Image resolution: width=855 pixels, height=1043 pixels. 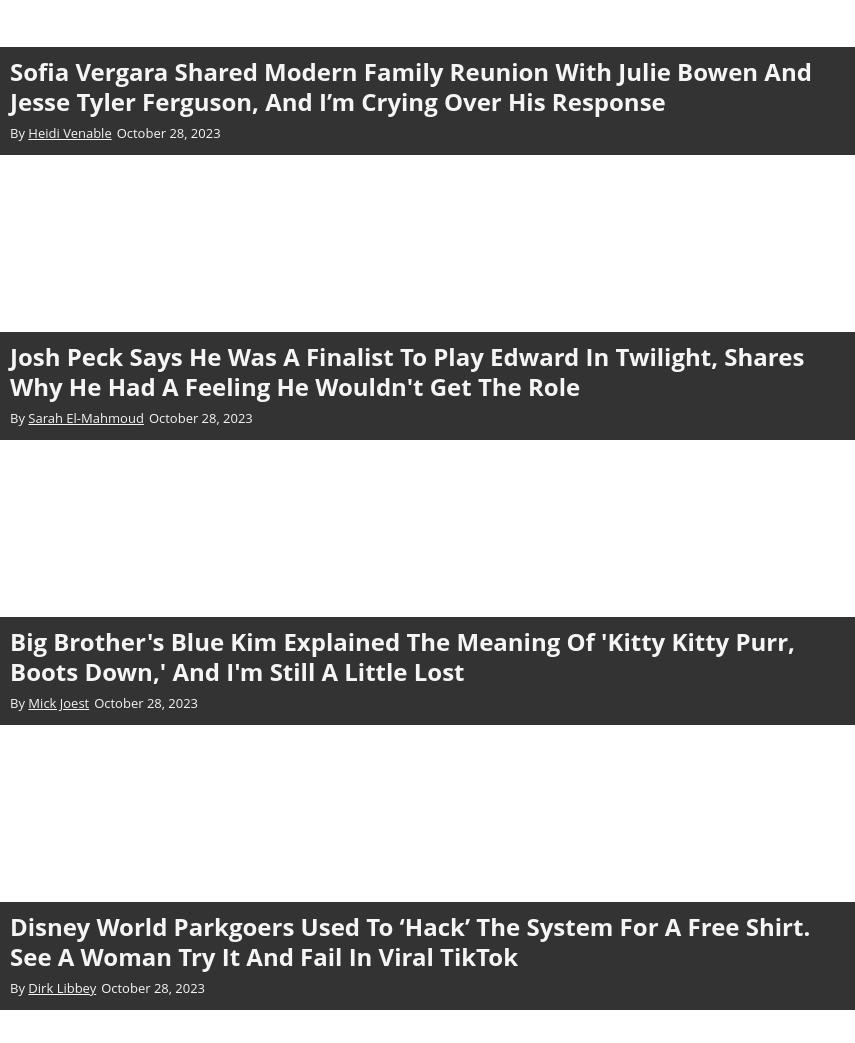 I want to click on 'Dirk Libbey', so click(x=60, y=988).